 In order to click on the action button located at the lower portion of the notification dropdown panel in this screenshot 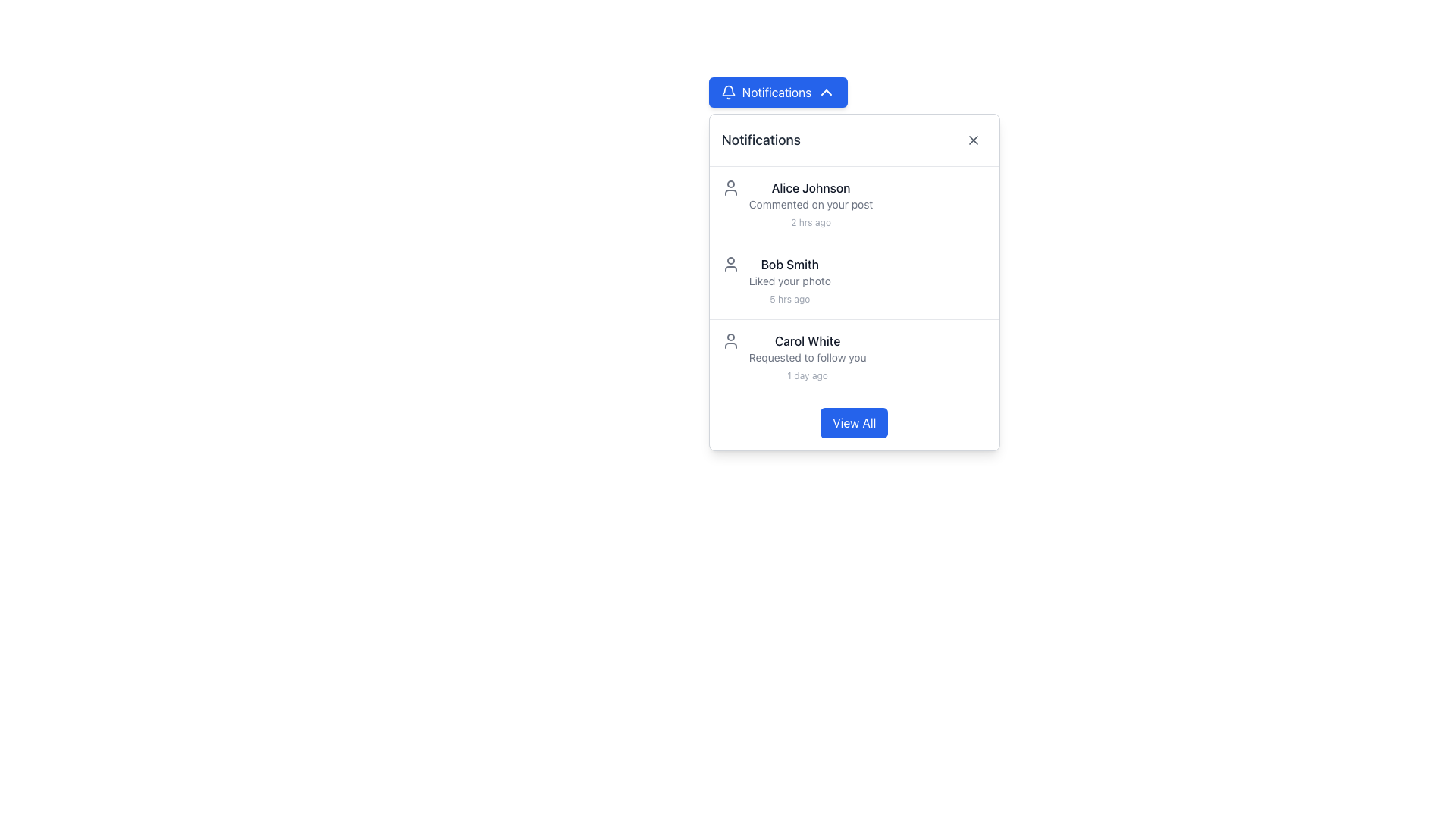, I will do `click(854, 423)`.